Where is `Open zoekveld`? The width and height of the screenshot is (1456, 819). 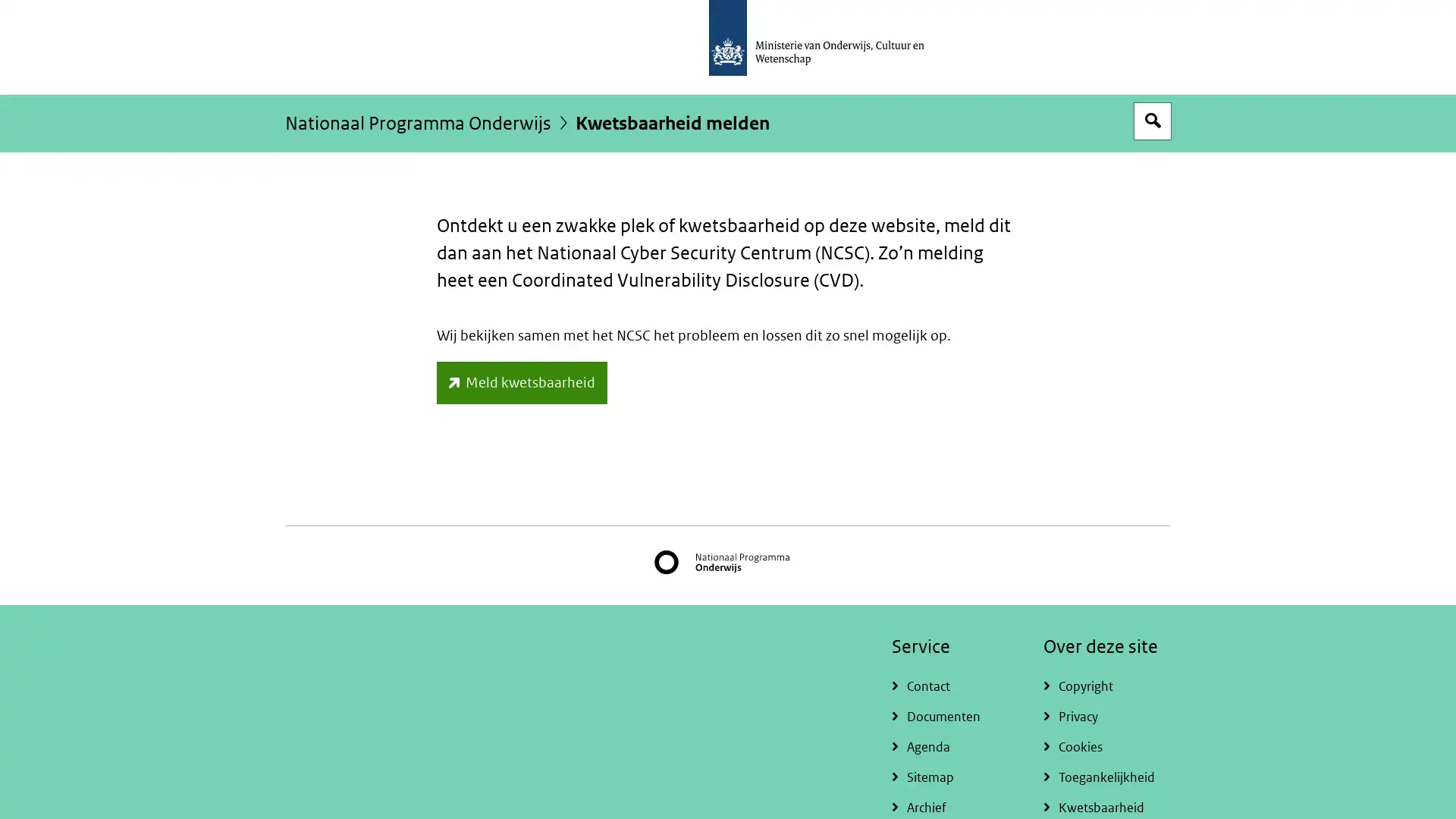
Open zoekveld is located at coordinates (1153, 120).